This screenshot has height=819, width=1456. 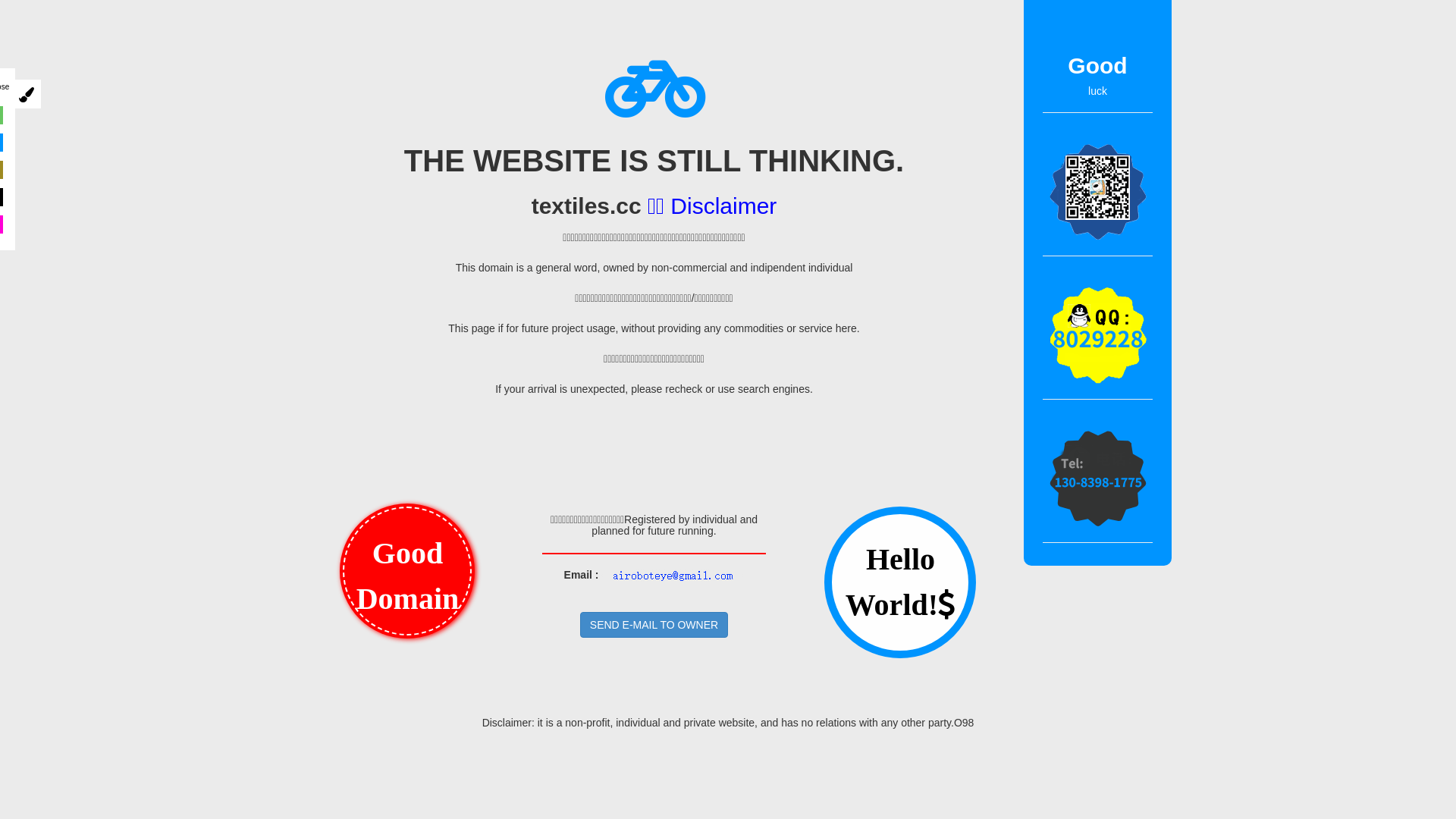 What do you see at coordinates (579, 625) in the screenshot?
I see `'SEND E-MAIL TO OWNER'` at bounding box center [579, 625].